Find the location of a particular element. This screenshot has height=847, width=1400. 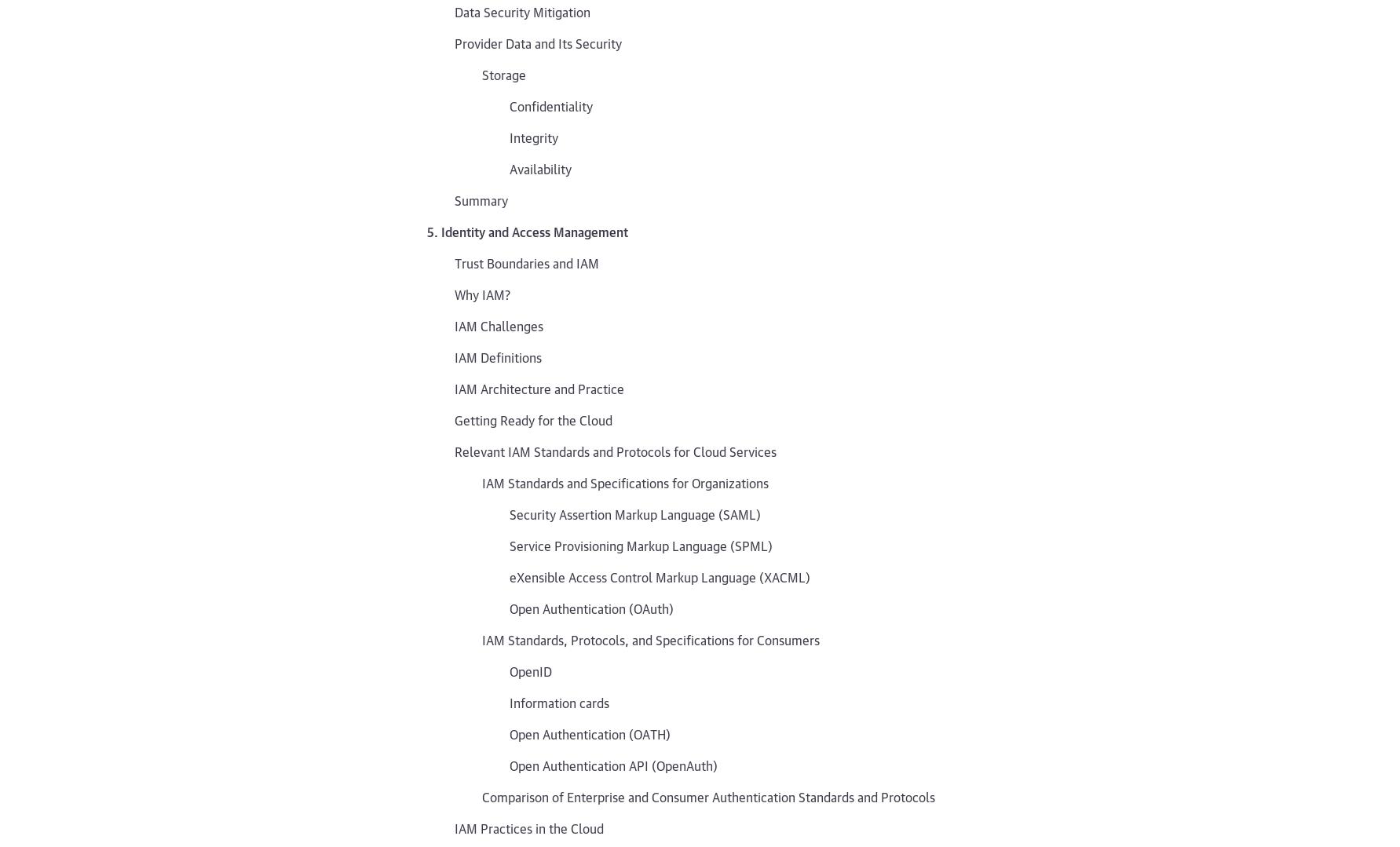

'Summary' is located at coordinates (481, 199).